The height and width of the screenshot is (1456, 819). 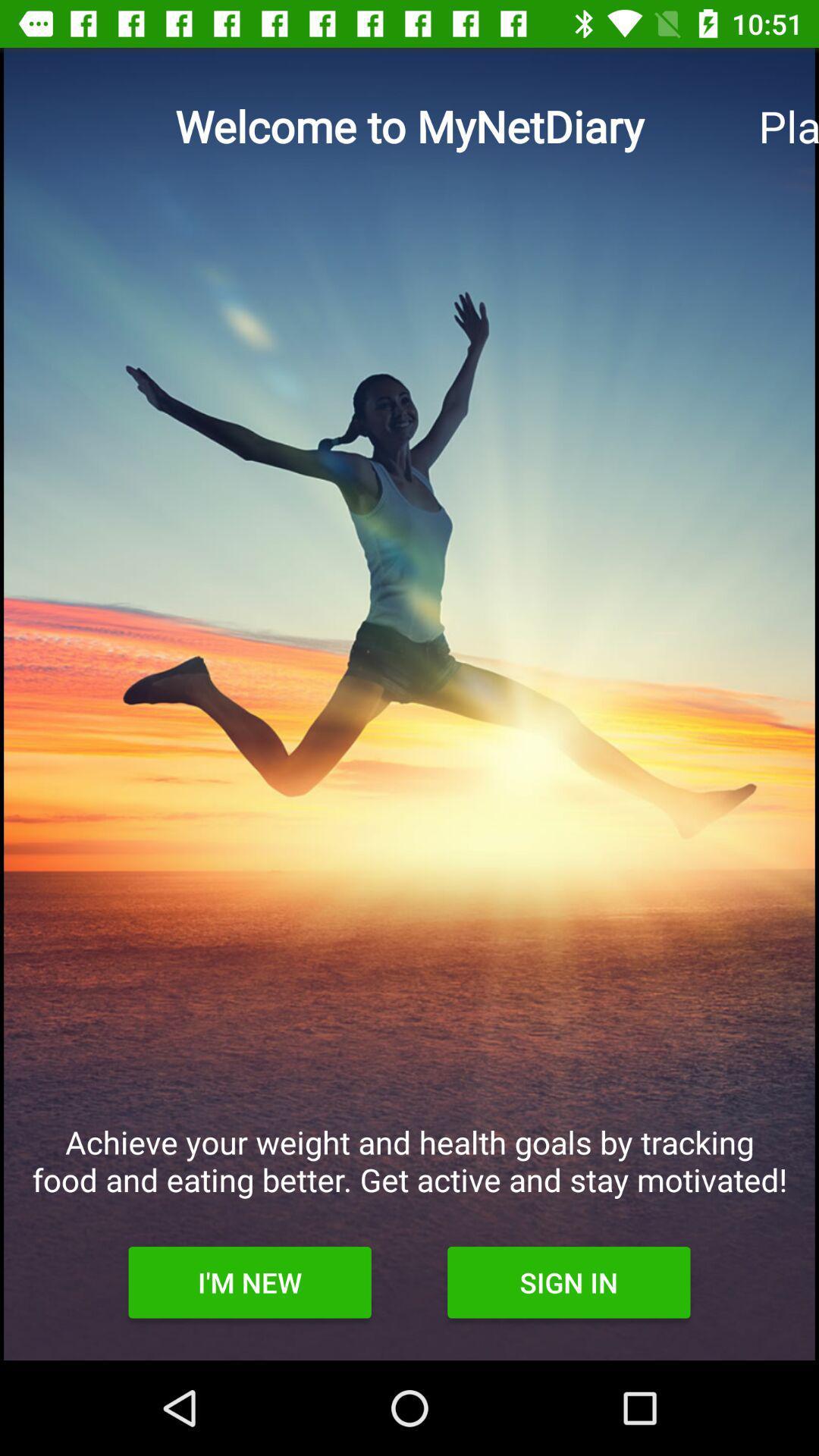 I want to click on the item next to sign in item, so click(x=249, y=1282).